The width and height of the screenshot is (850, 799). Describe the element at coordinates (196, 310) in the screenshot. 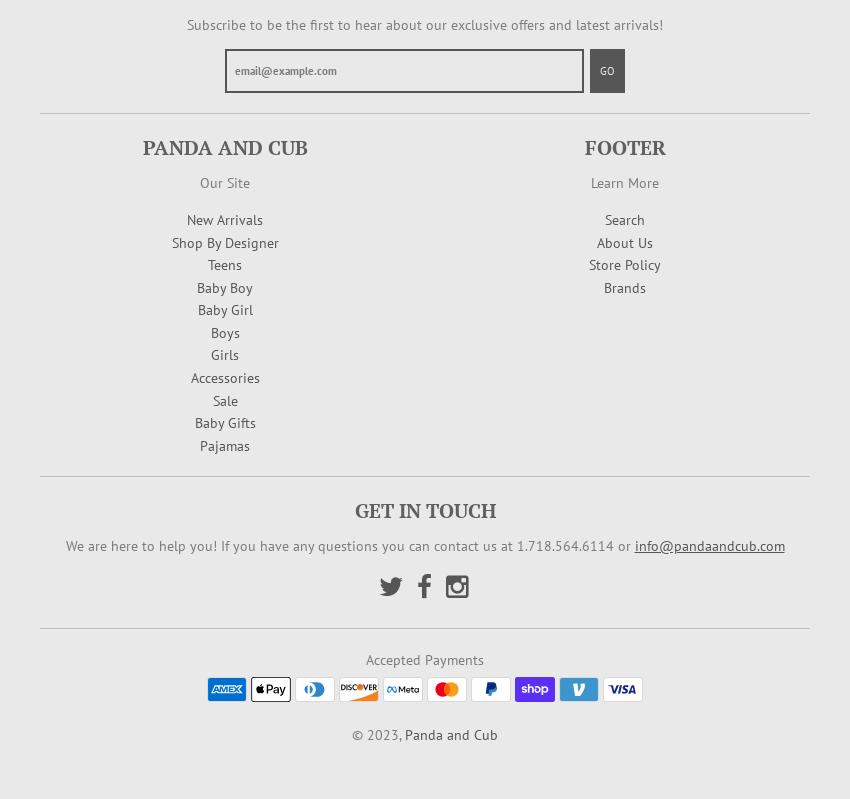

I see `'Baby Girl'` at that location.